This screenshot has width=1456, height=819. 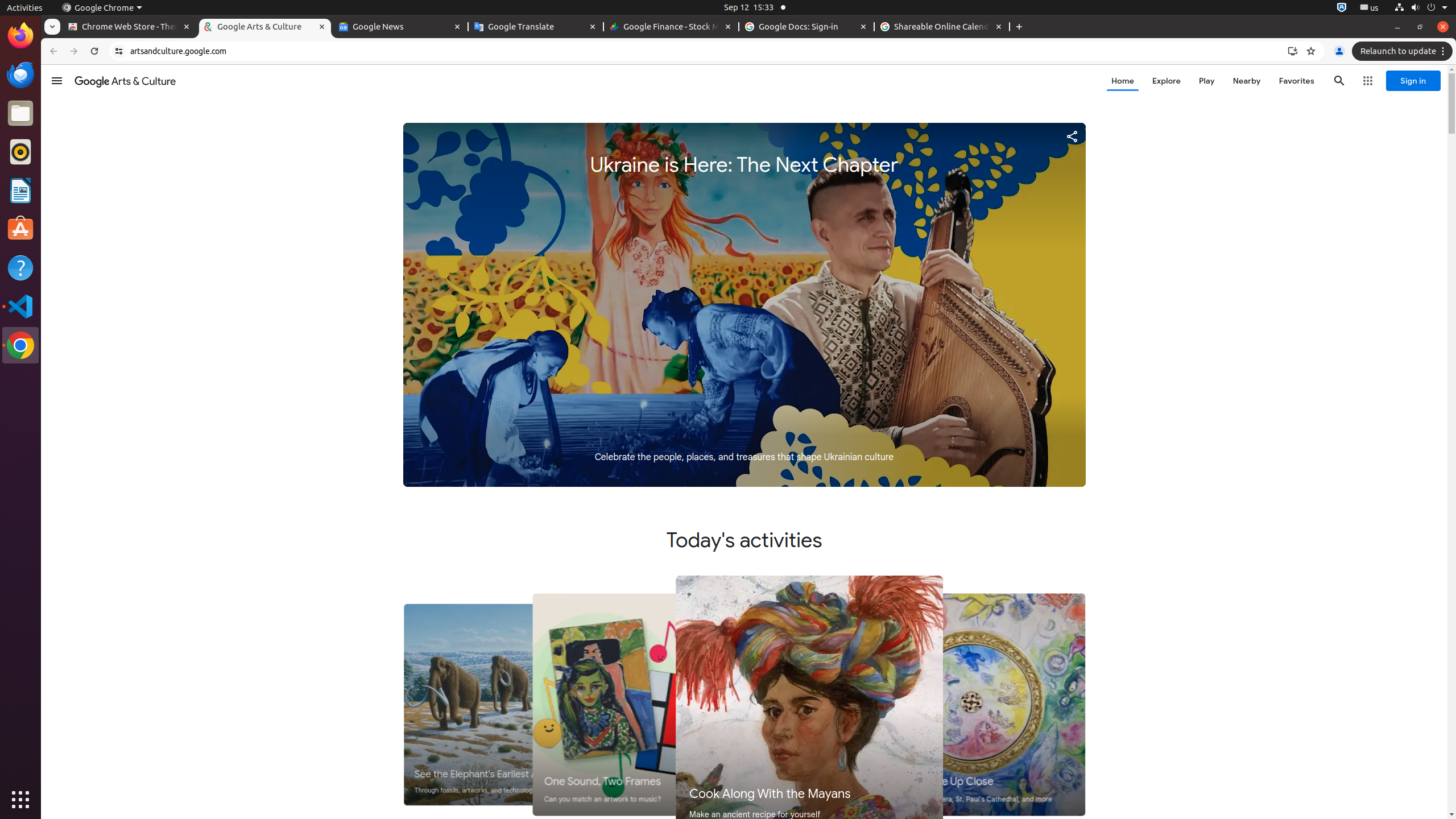 I want to click on 'Search', so click(x=1338, y=80).